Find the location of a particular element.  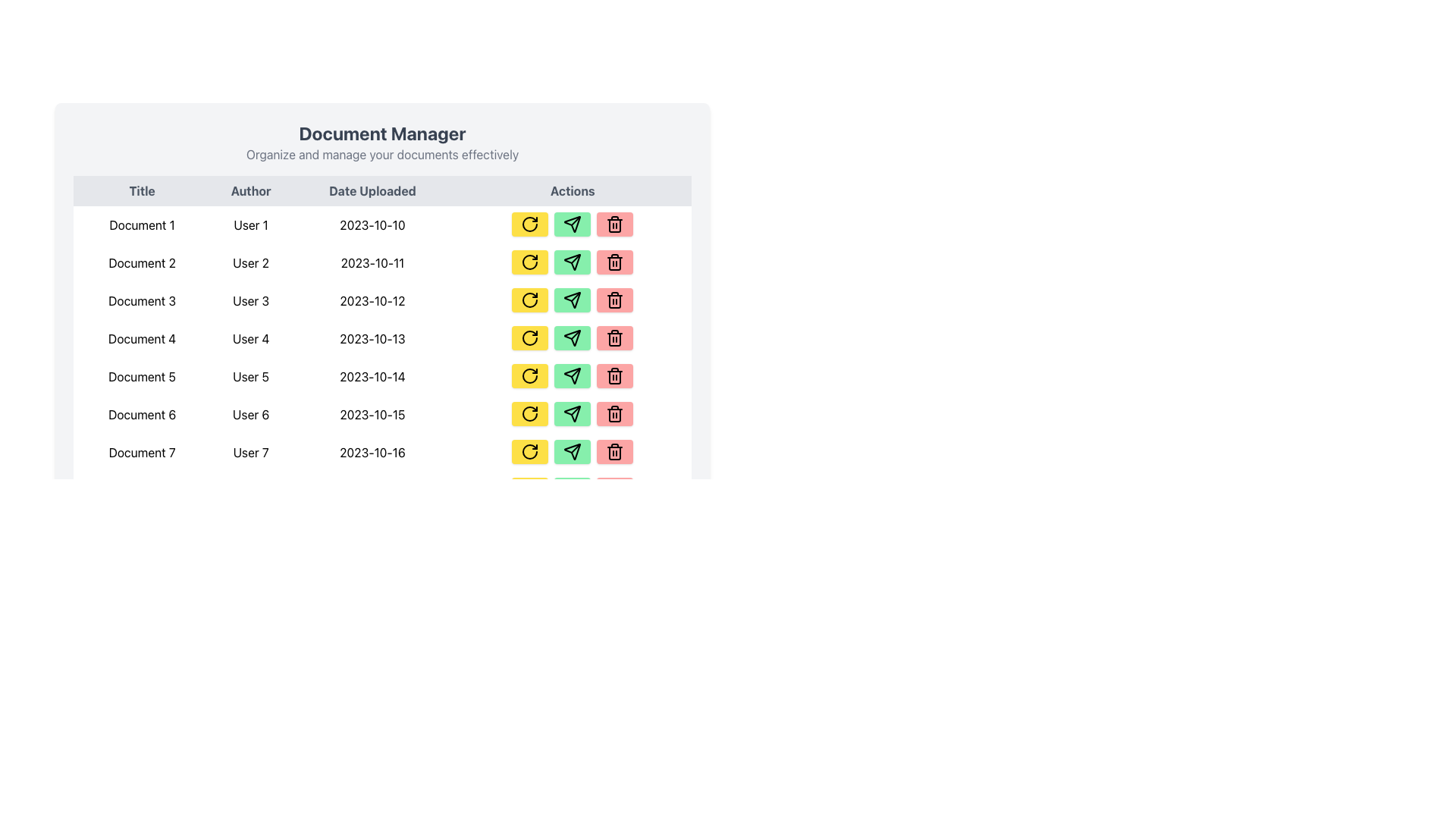

the green rectangular button with rounded corners and a paper airplane icon, located in the 'Actions' column of the last row of the table, to experience the hover effect is located at coordinates (572, 451).